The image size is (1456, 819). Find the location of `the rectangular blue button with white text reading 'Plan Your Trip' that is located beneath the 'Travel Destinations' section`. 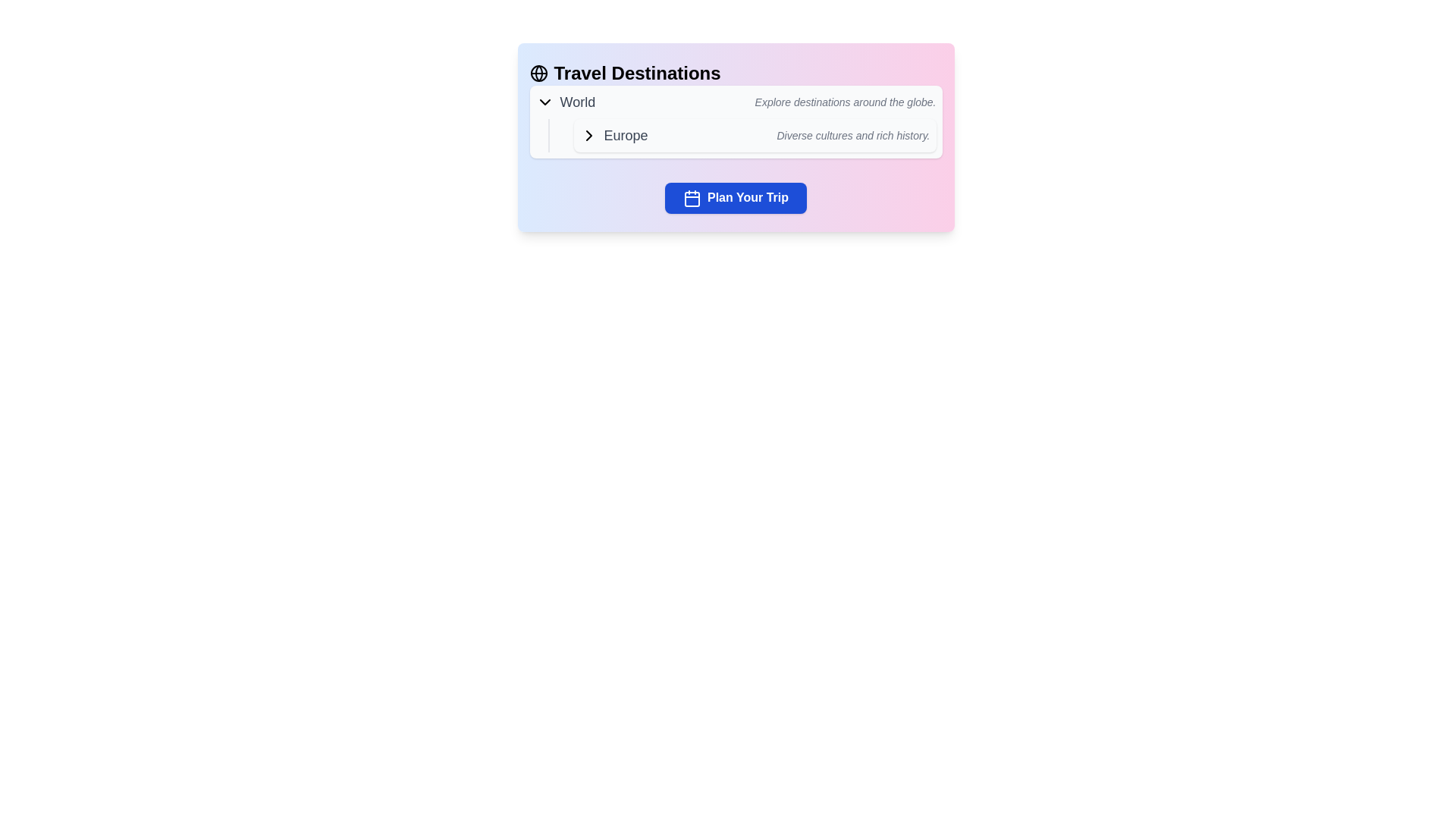

the rectangular blue button with white text reading 'Plan Your Trip' that is located beneath the 'Travel Destinations' section is located at coordinates (736, 197).